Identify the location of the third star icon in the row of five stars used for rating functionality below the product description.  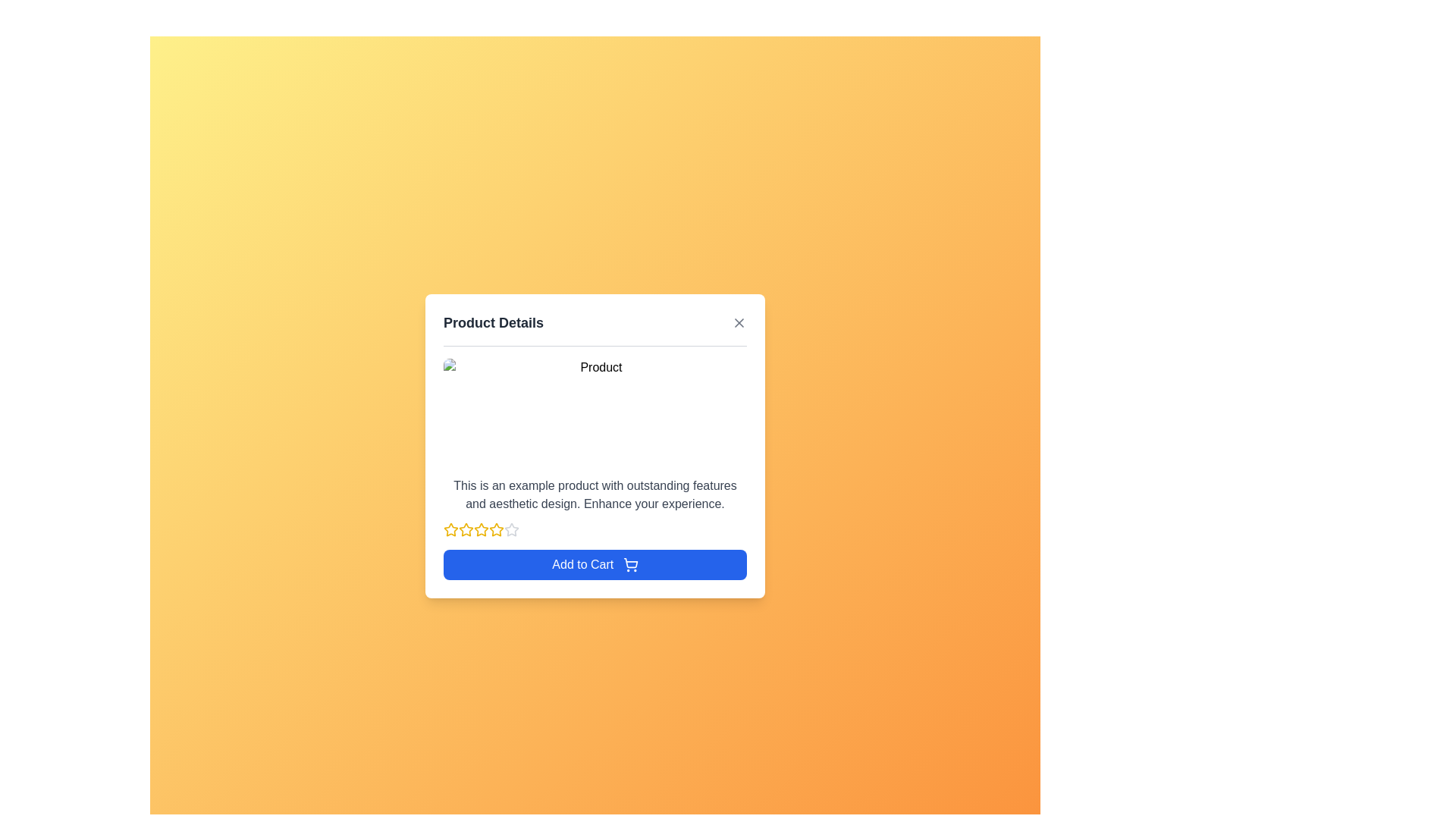
(480, 529).